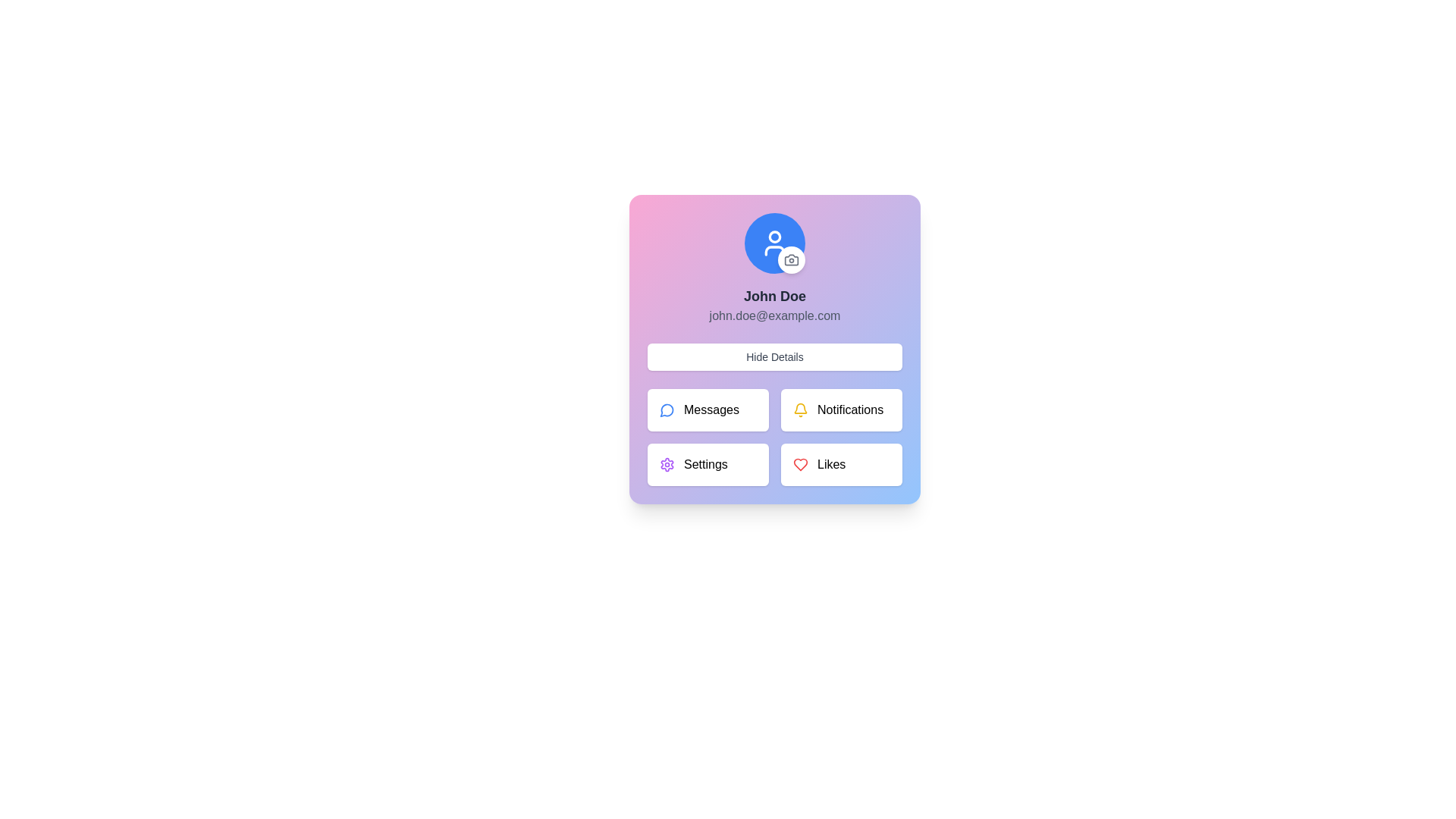 Image resolution: width=1456 pixels, height=819 pixels. I want to click on the red heart-shaped icon for likes located, so click(800, 464).